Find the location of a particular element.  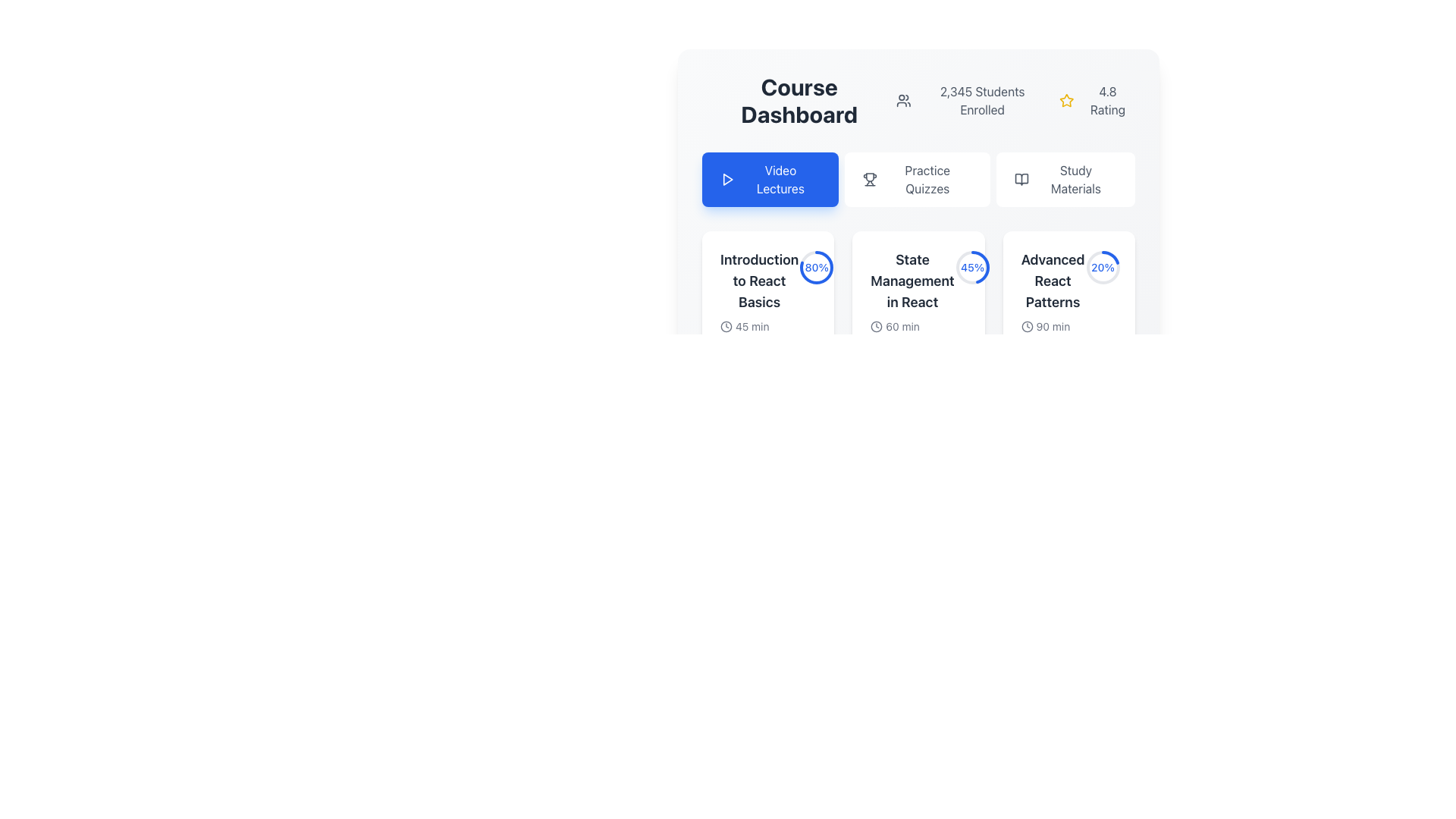

the circular progress indicator for the 'Introduction to React Basics' course located at the bottom-left card, just above the card's duration information is located at coordinates (816, 267).